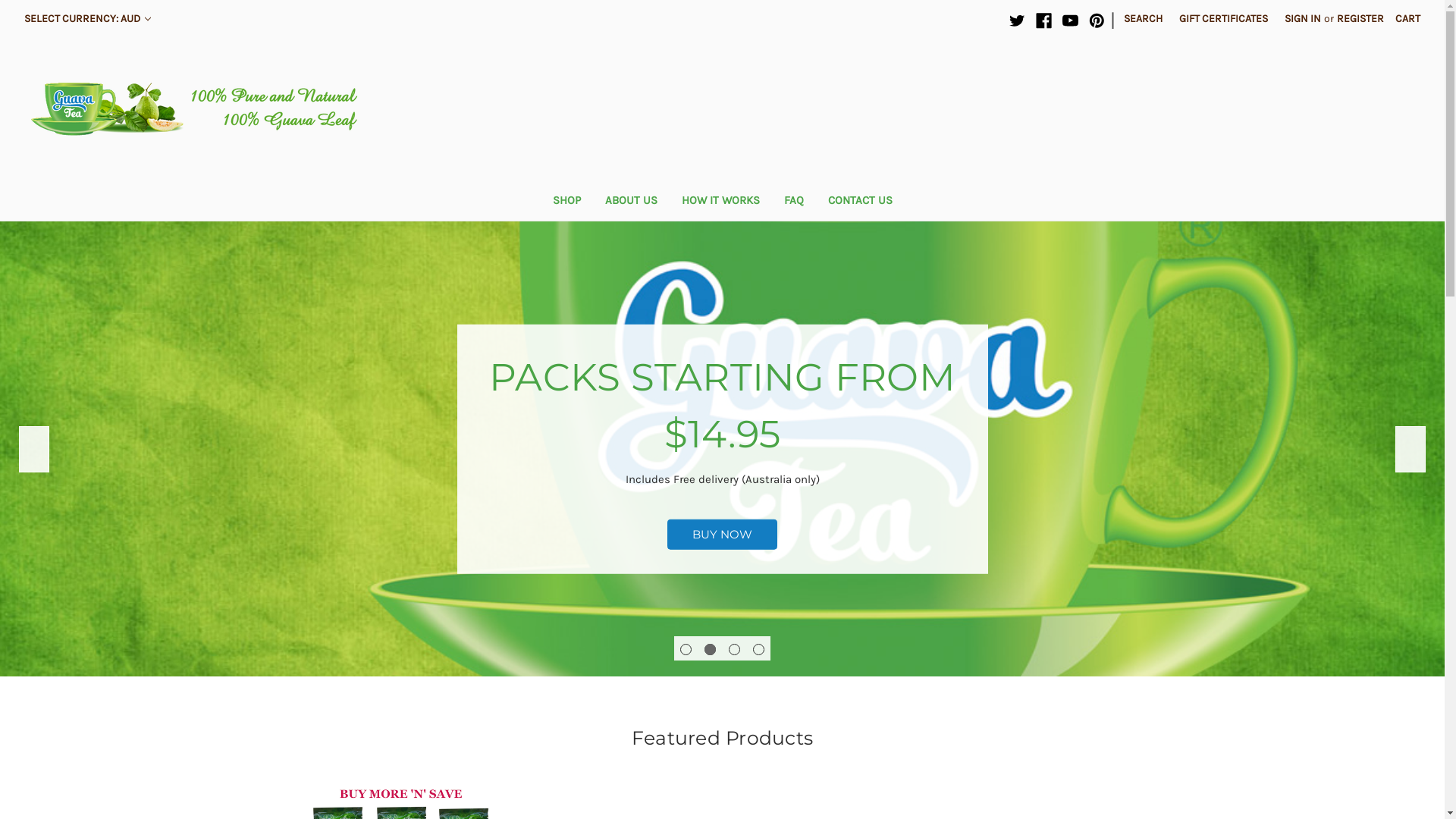 This screenshot has width=1456, height=819. What do you see at coordinates (719, 201) in the screenshot?
I see `'HOW IT WORKS'` at bounding box center [719, 201].